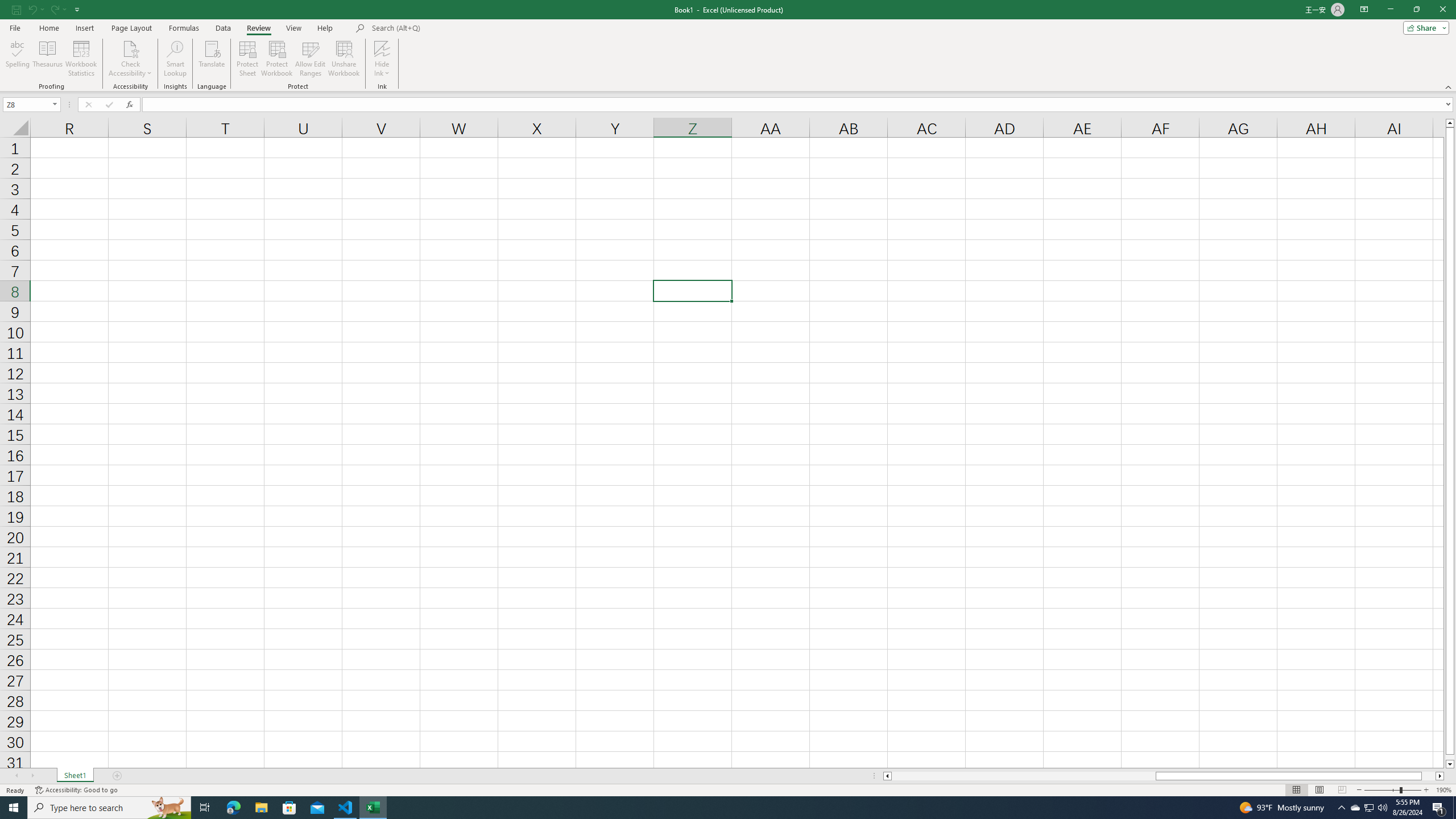 This screenshot has height=819, width=1456. Describe the element at coordinates (382, 59) in the screenshot. I see `'Hide Ink'` at that location.